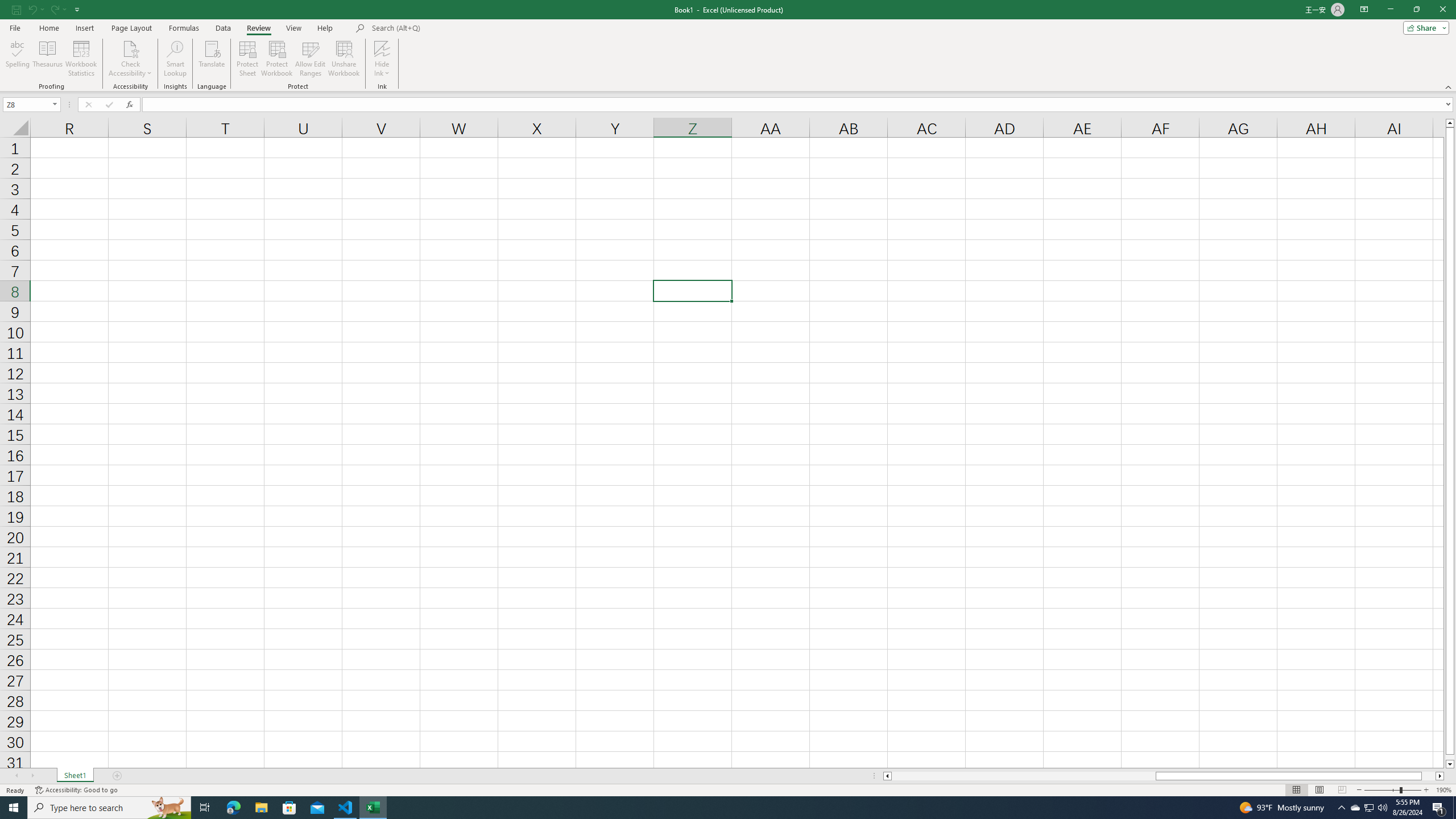 This screenshot has height=819, width=1456. Describe the element at coordinates (382, 59) in the screenshot. I see `'Hide Ink'` at that location.